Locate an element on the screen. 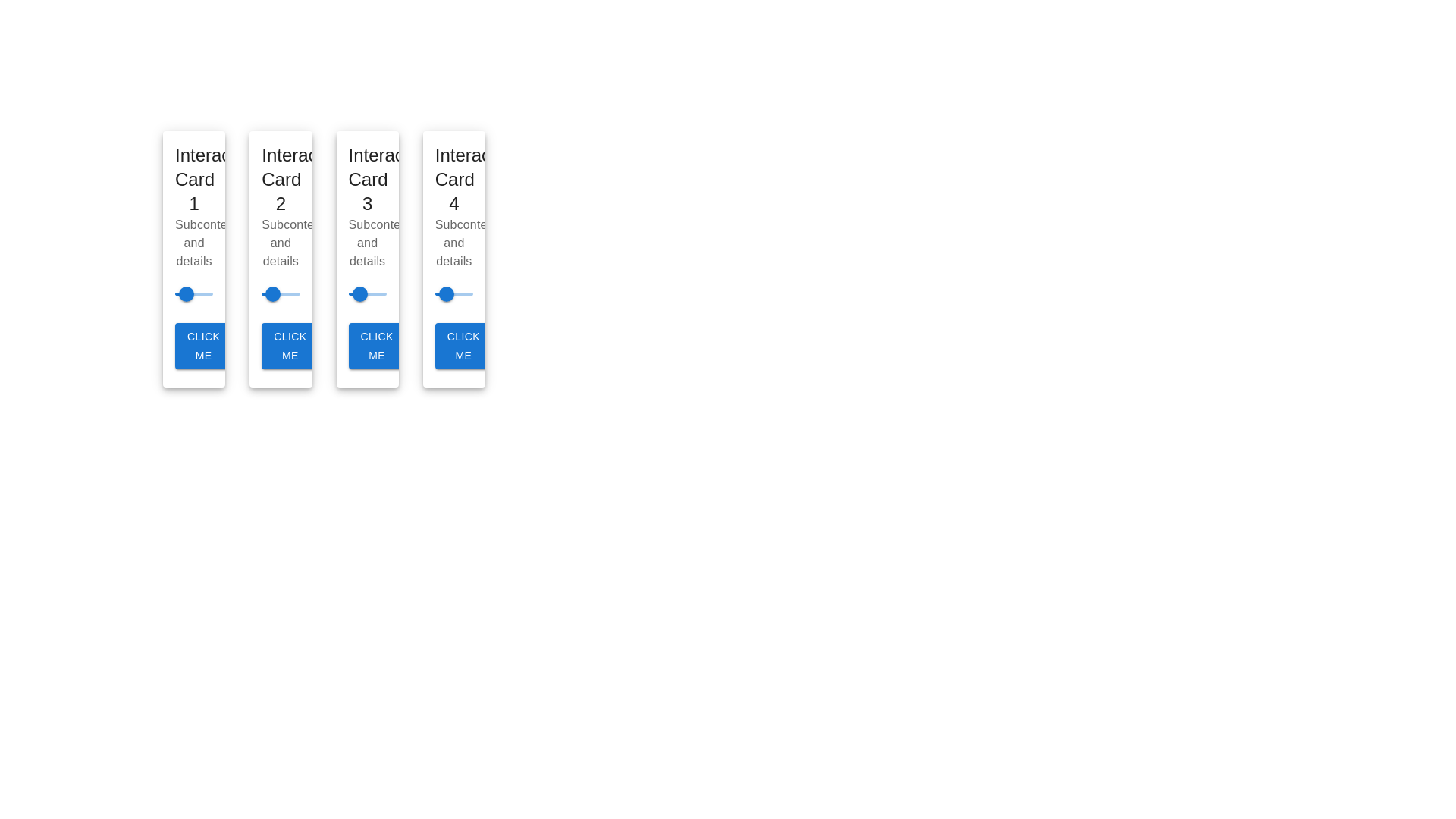  the slider is located at coordinates (281, 294).